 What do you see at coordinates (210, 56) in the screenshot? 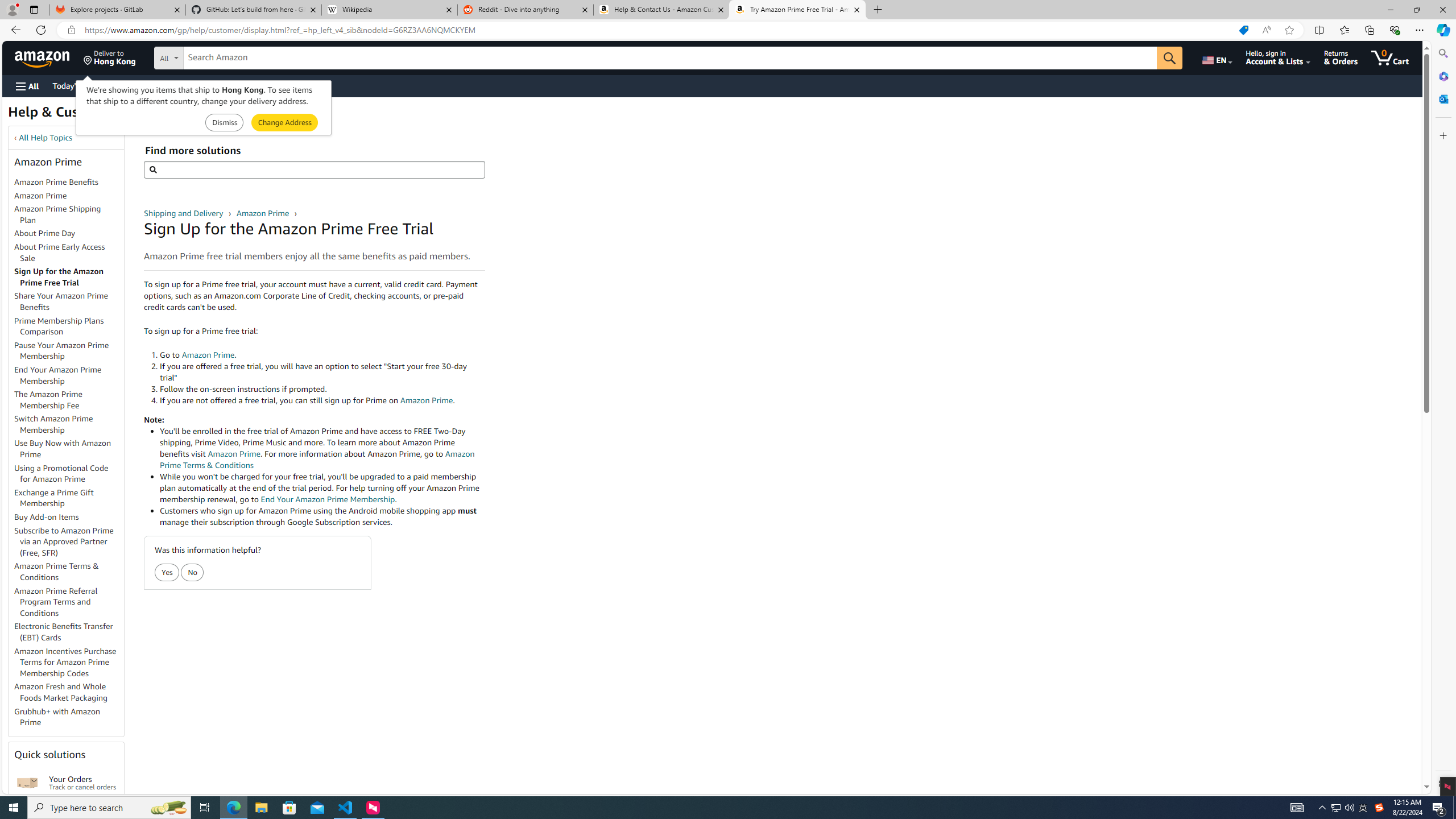
I see `'Search in'` at bounding box center [210, 56].